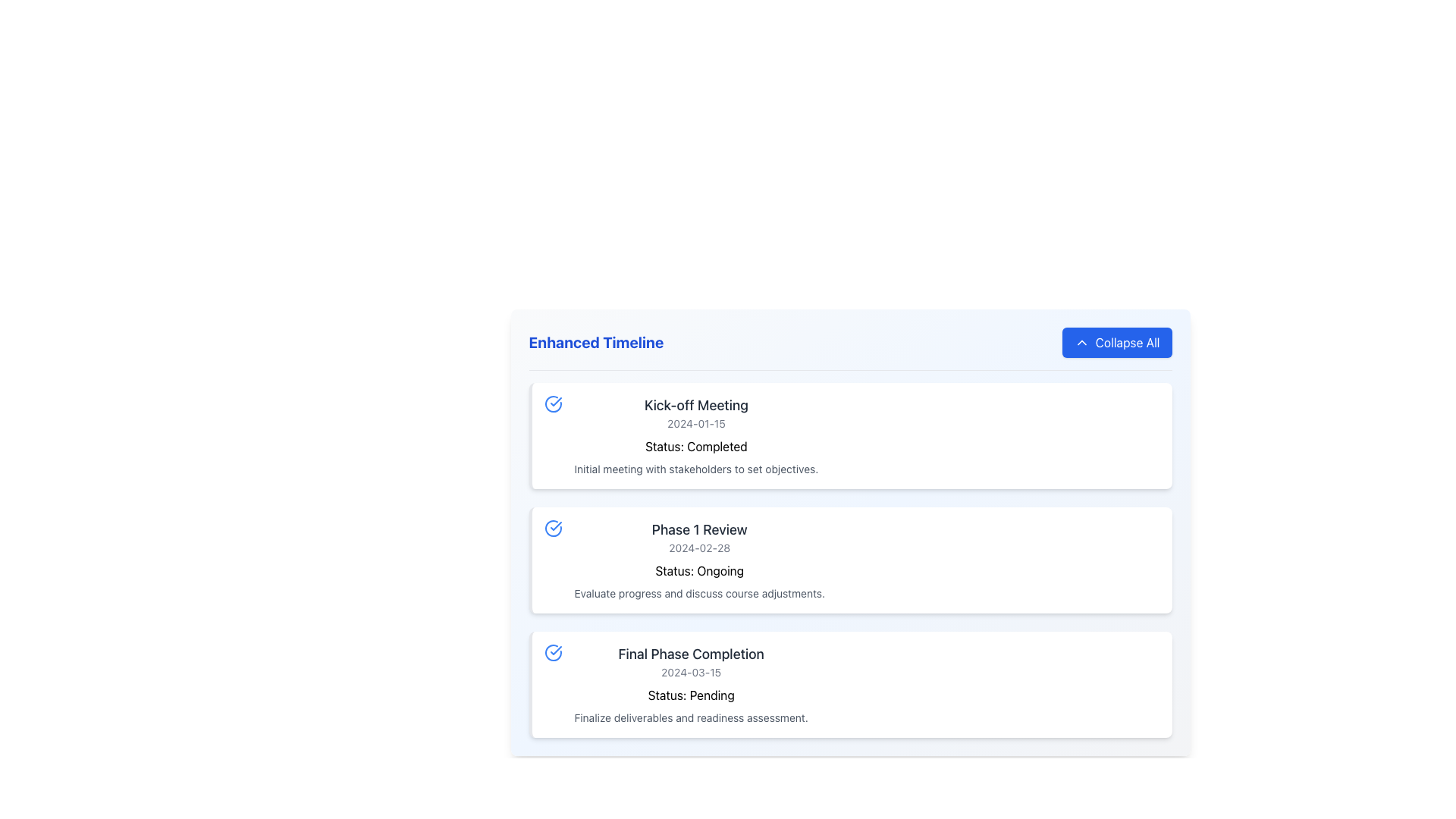 The image size is (1456, 819). I want to click on the checkmark portion of the circle-check icon representing the ongoing status of the 'Phase 1 Review' section in the timeline interface, so click(555, 400).